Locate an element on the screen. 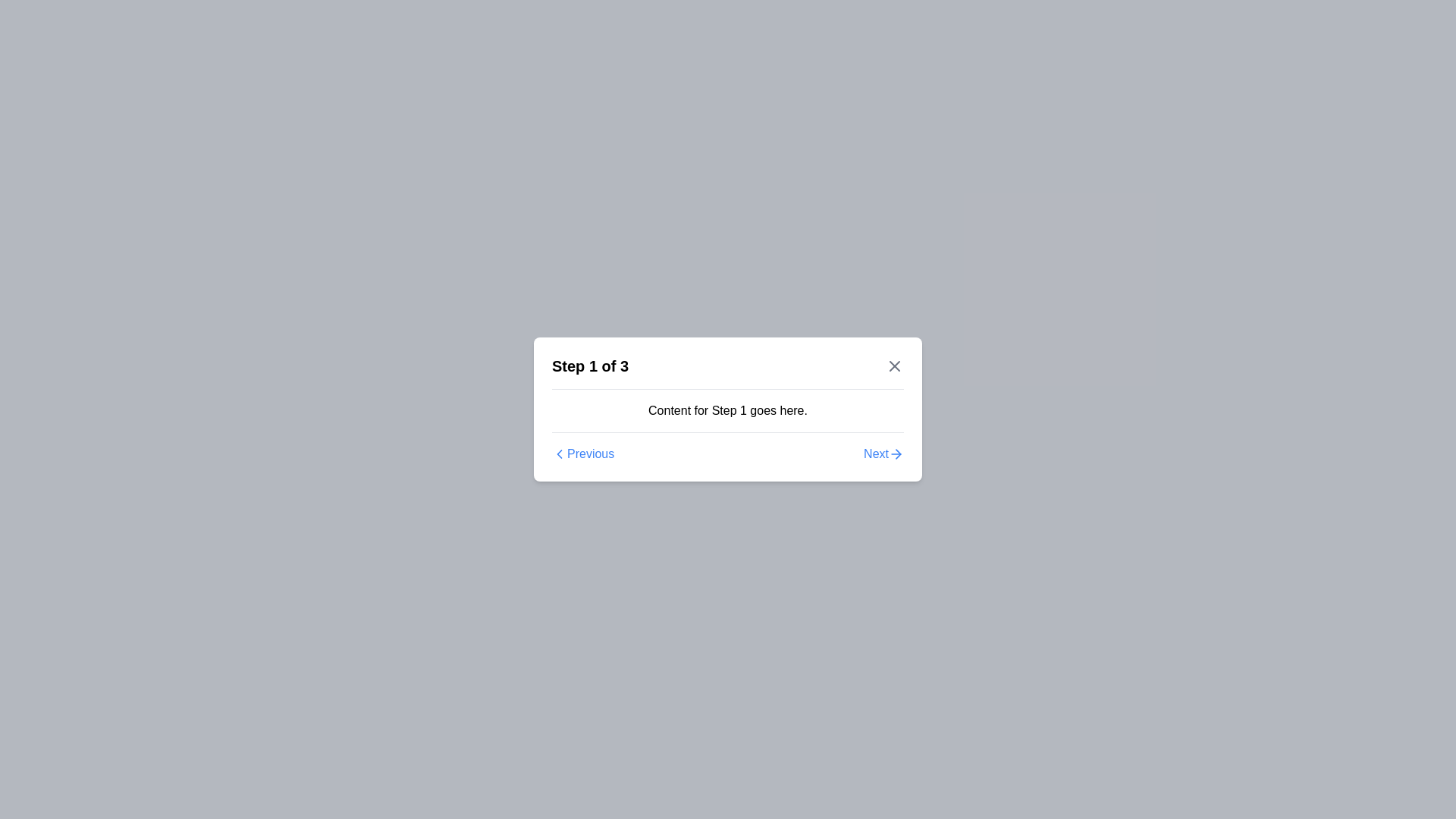 The height and width of the screenshot is (819, 1456). the 'Previous' and 'Next' buttons on the navigation bar is located at coordinates (728, 447).